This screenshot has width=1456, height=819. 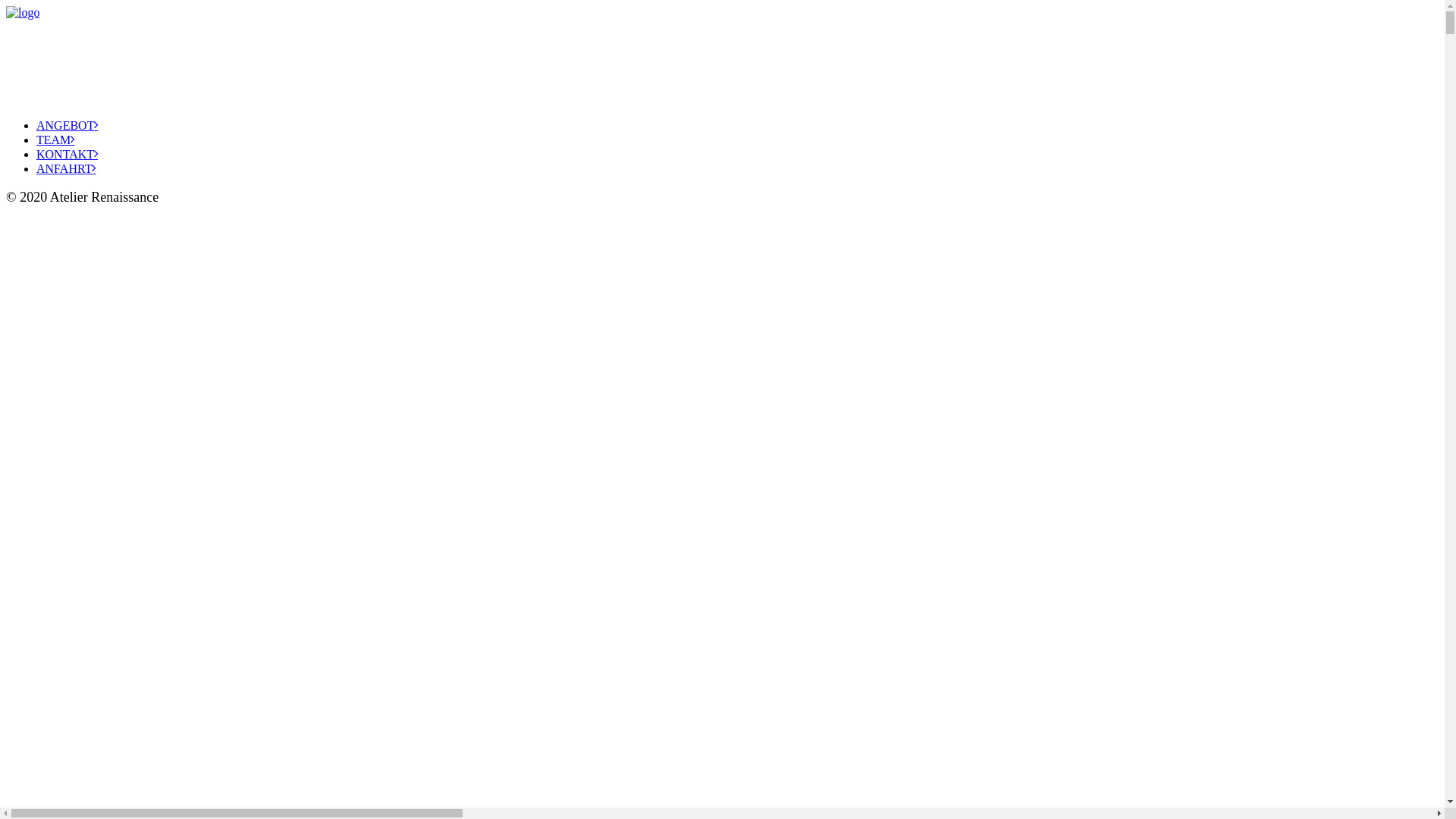 What do you see at coordinates (66, 124) in the screenshot?
I see `'ANGEBOT'` at bounding box center [66, 124].